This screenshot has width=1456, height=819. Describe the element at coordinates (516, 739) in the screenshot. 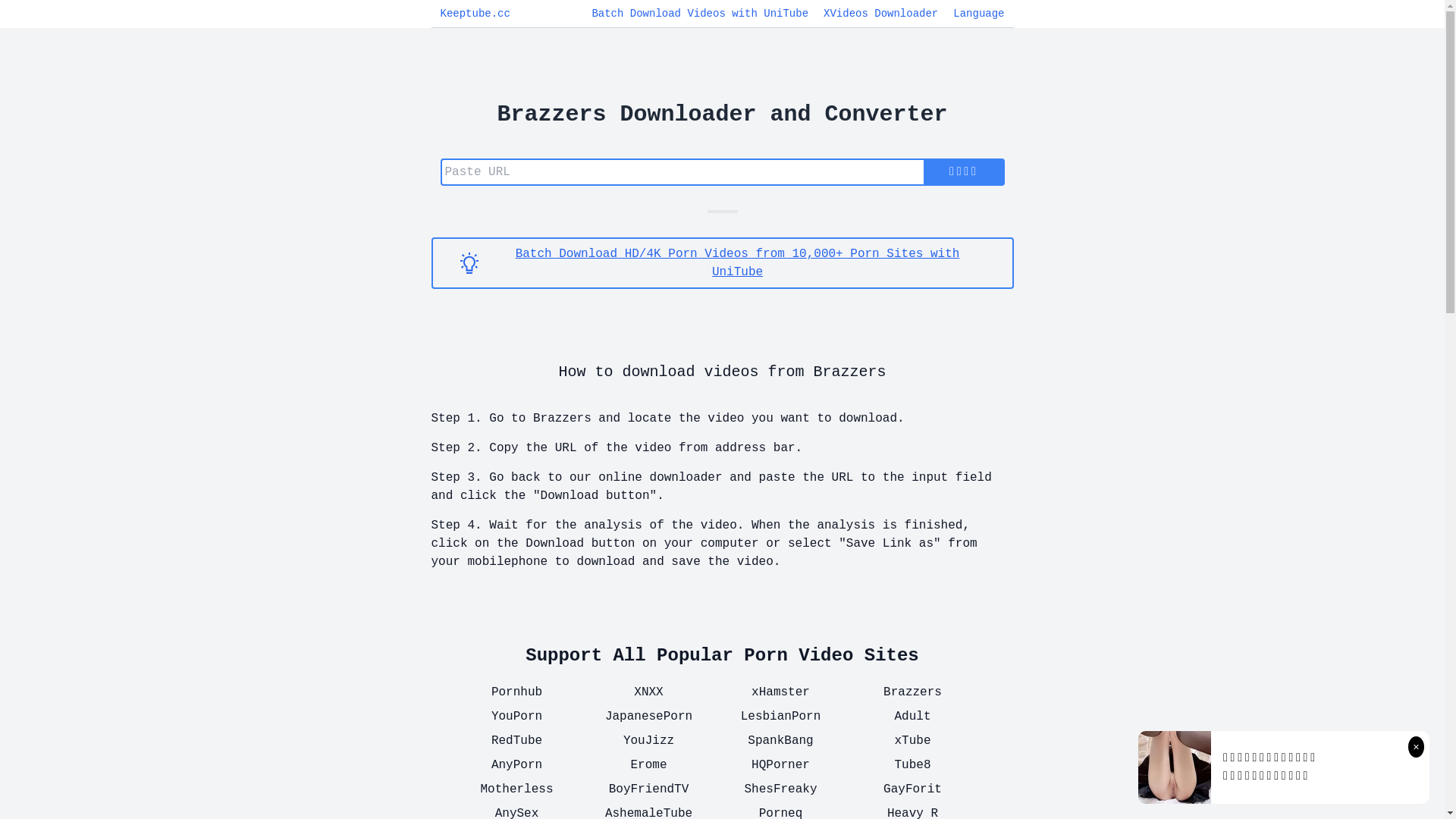

I see `'RedTube'` at that location.